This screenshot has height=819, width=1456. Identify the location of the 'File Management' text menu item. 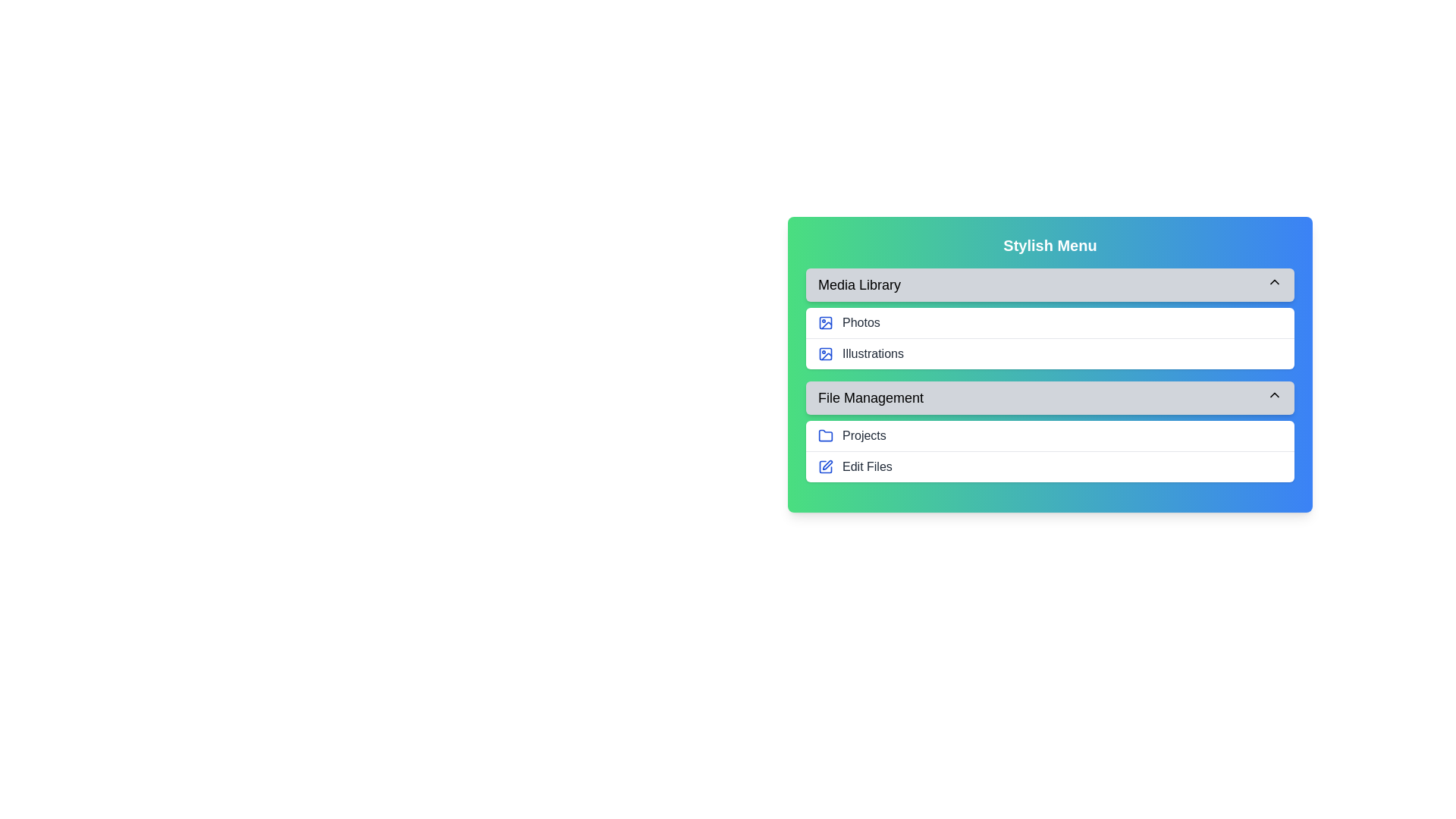
(871, 397).